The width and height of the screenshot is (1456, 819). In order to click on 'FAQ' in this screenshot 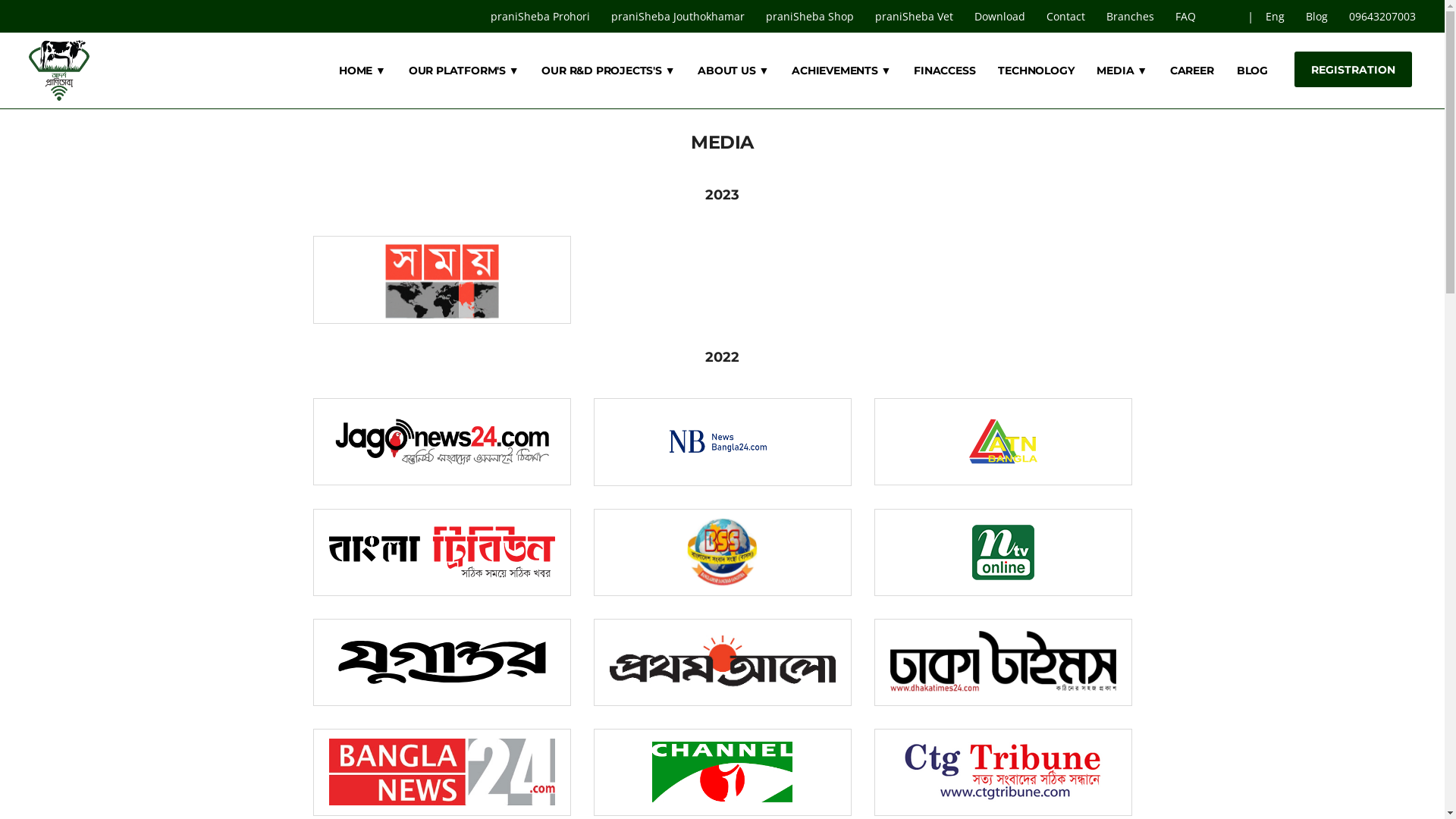, I will do `click(1186, 16)`.